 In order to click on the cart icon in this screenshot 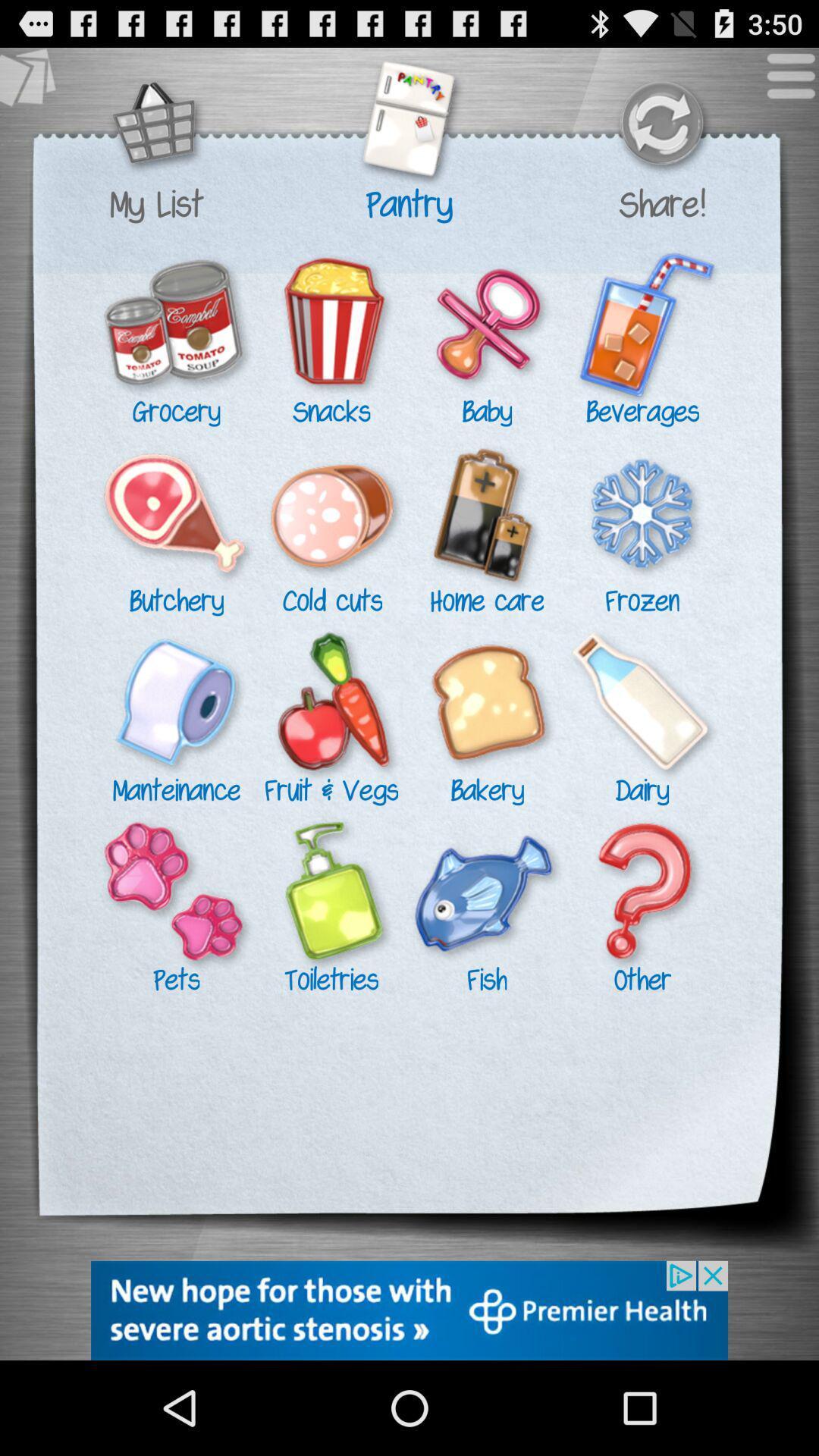, I will do `click(156, 134)`.